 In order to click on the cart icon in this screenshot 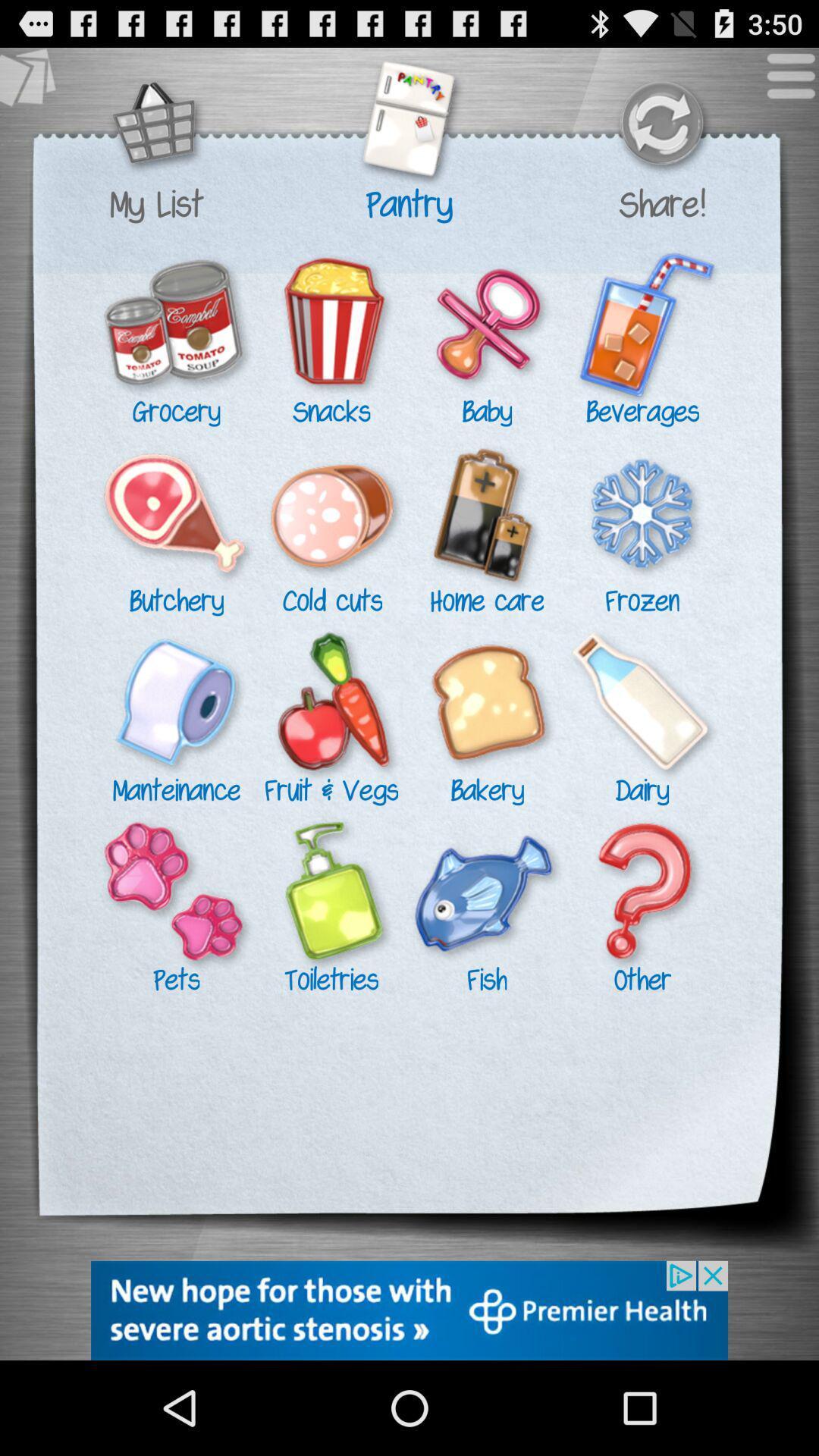, I will do `click(156, 134)`.